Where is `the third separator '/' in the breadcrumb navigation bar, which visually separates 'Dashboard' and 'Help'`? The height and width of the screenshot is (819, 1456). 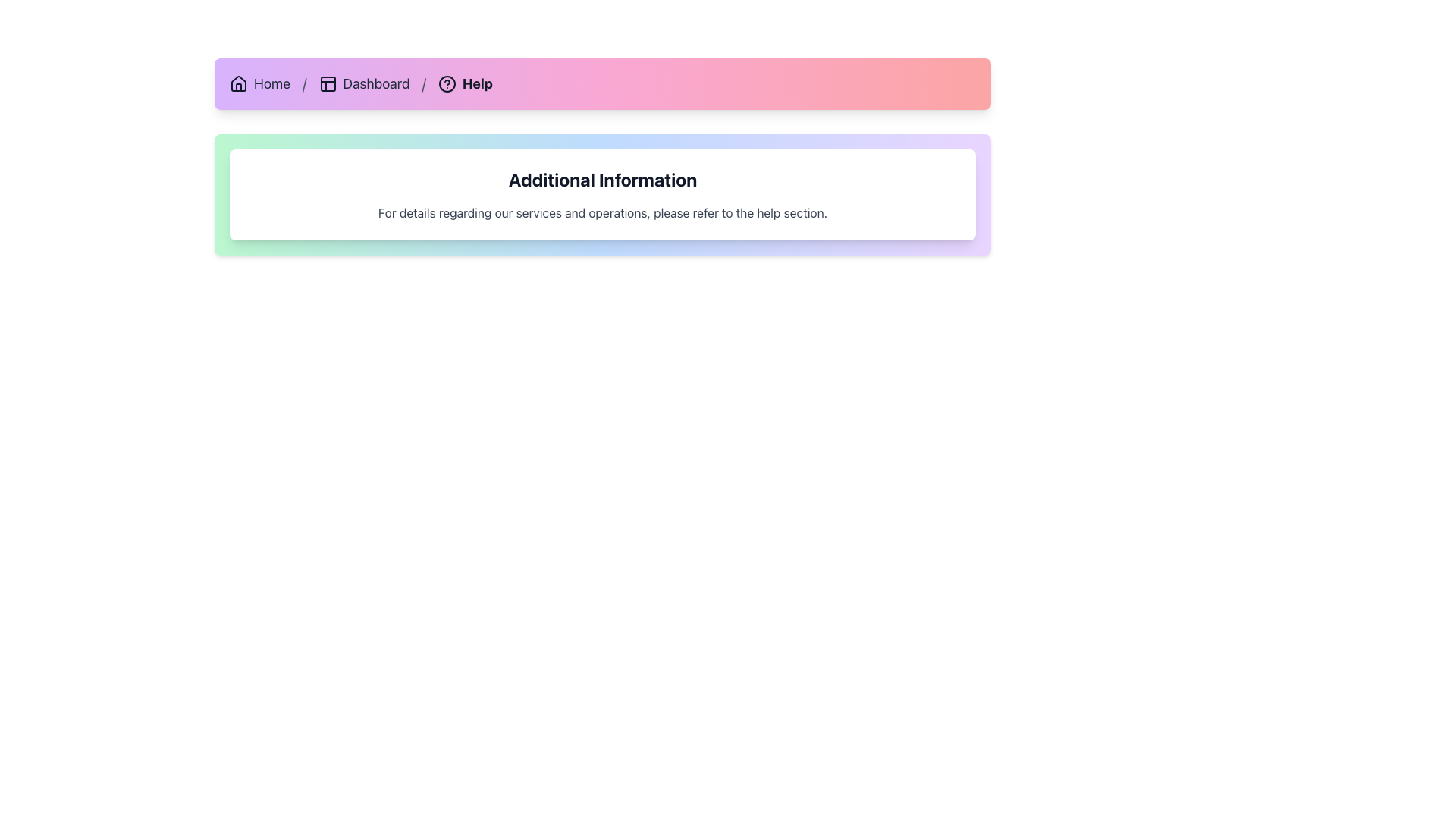
the third separator '/' in the breadcrumb navigation bar, which visually separates 'Dashboard' and 'Help' is located at coordinates (424, 84).